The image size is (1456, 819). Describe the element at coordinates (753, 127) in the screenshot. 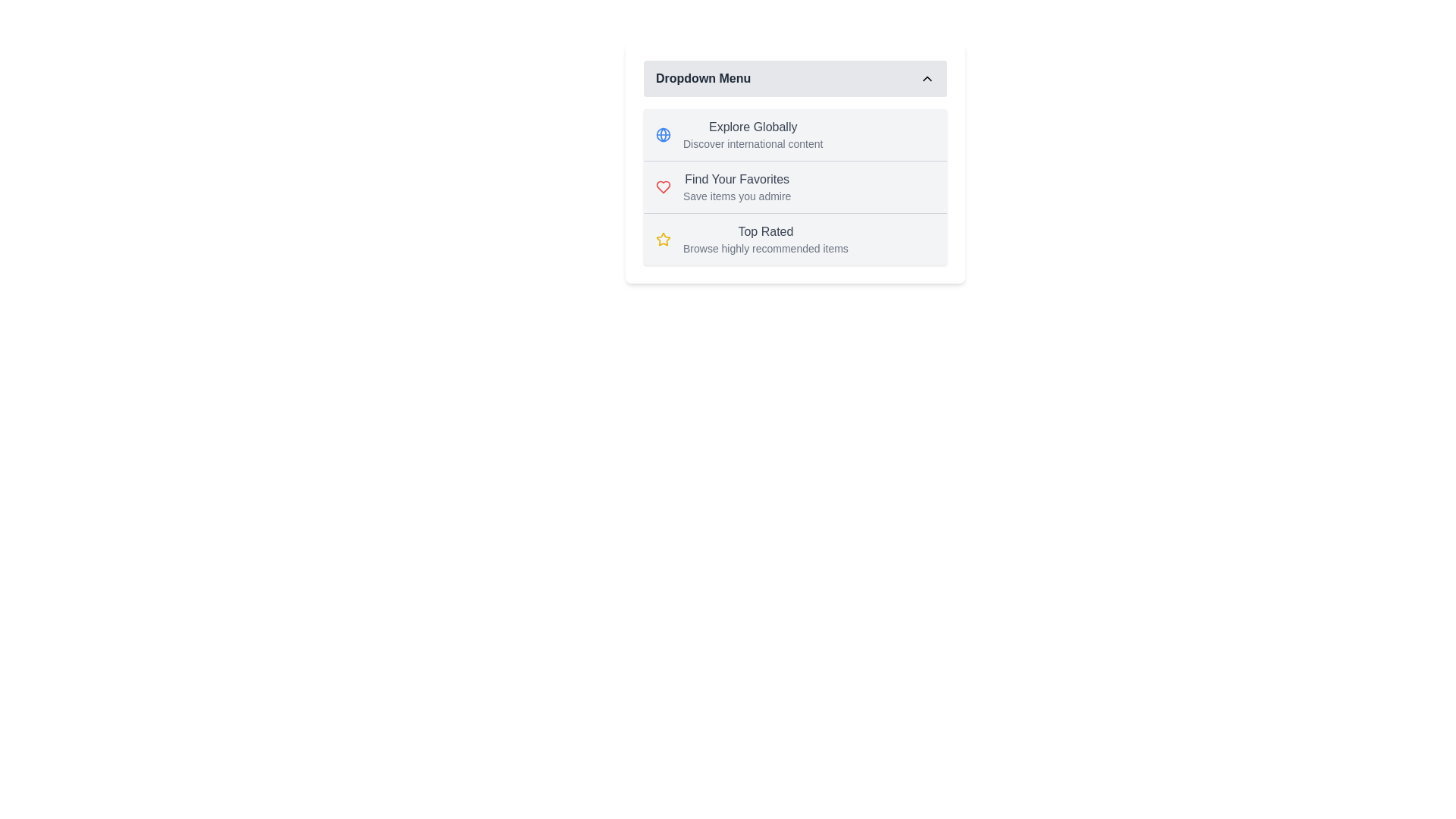

I see `the 'Explore Globally' text label, which is the first item in the dropdown menu under the 'Dropdown Menu' heading` at that location.